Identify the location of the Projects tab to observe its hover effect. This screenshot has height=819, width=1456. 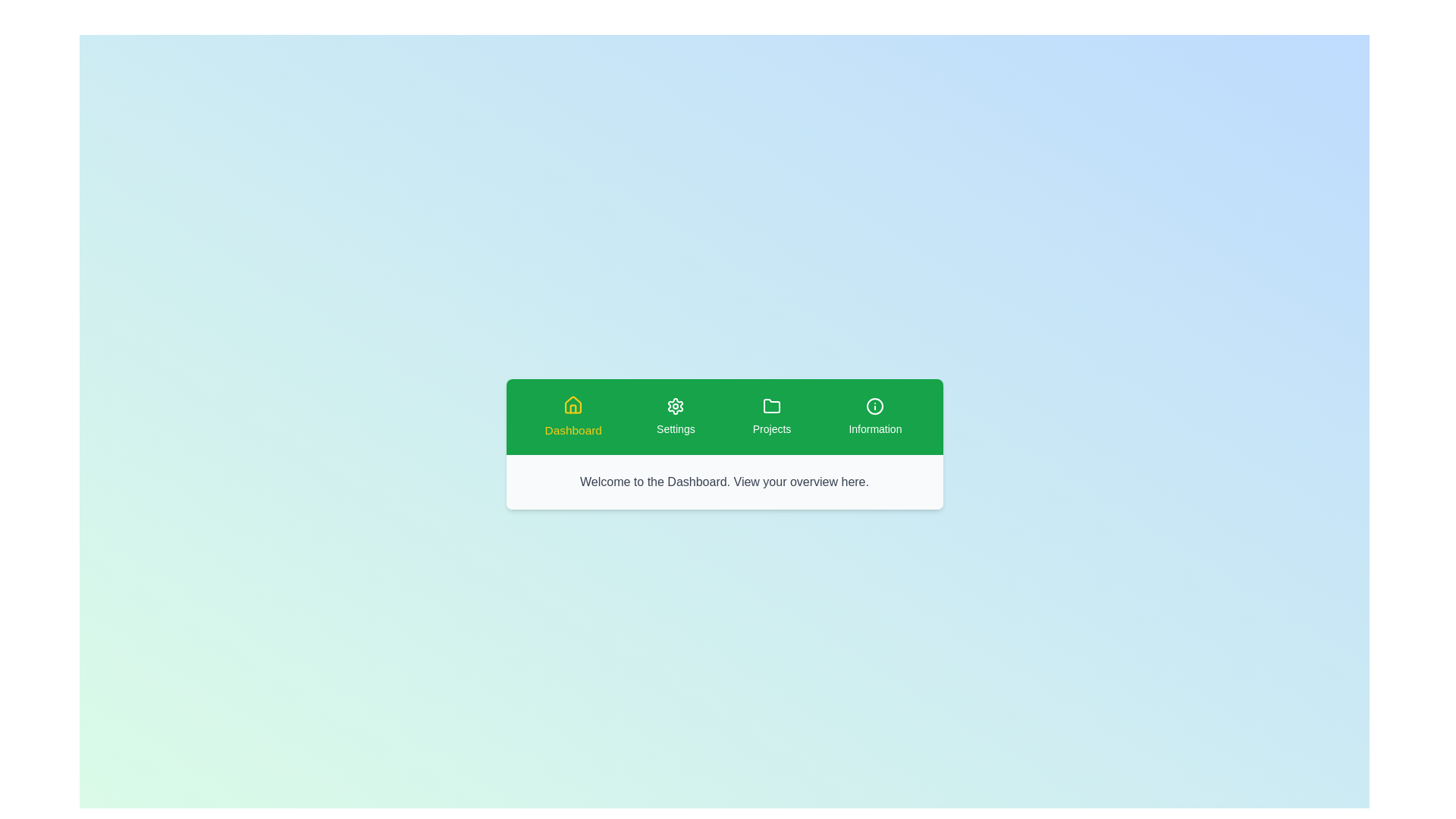
(771, 417).